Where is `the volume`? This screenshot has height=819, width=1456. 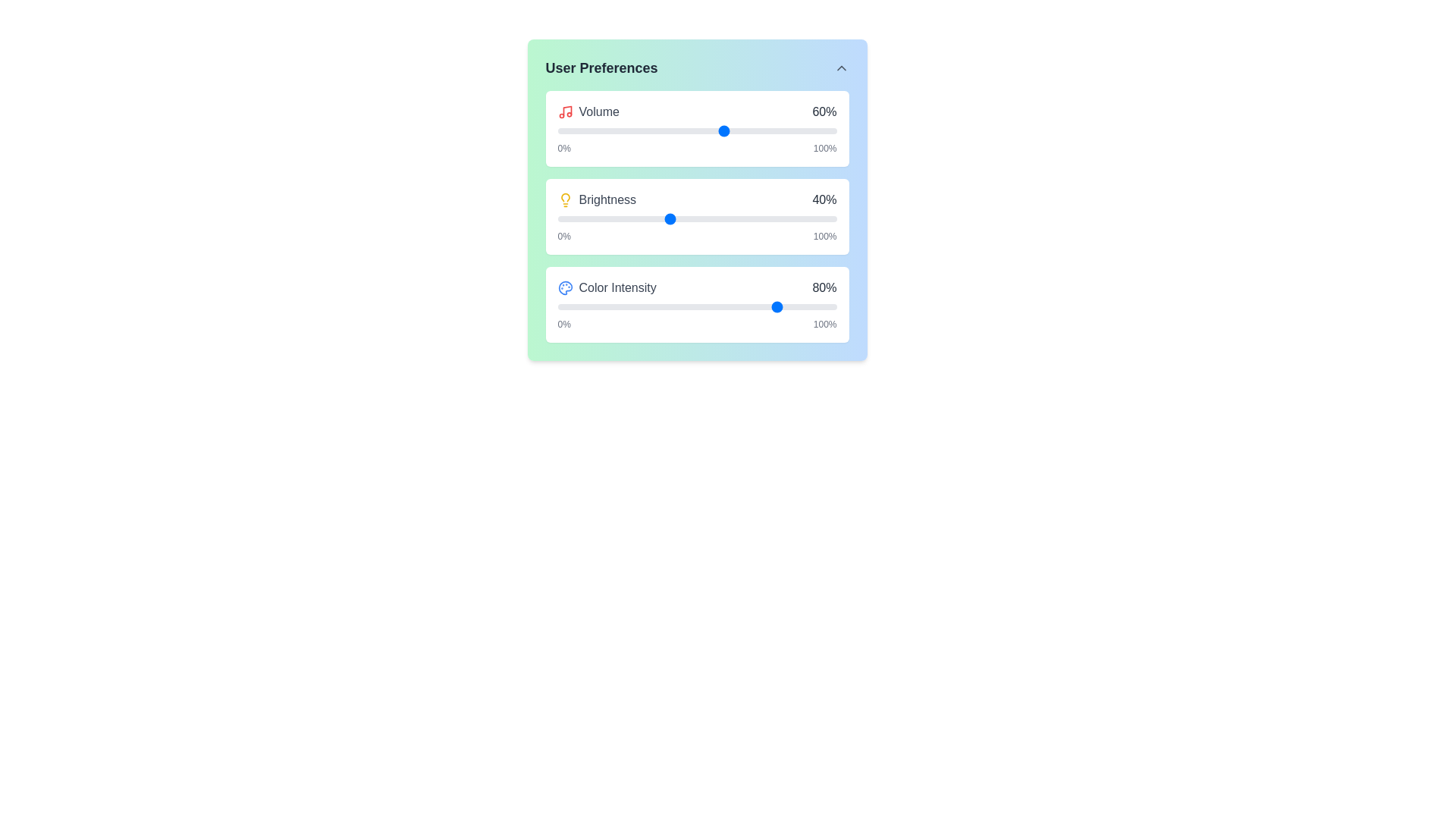 the volume is located at coordinates (682, 130).